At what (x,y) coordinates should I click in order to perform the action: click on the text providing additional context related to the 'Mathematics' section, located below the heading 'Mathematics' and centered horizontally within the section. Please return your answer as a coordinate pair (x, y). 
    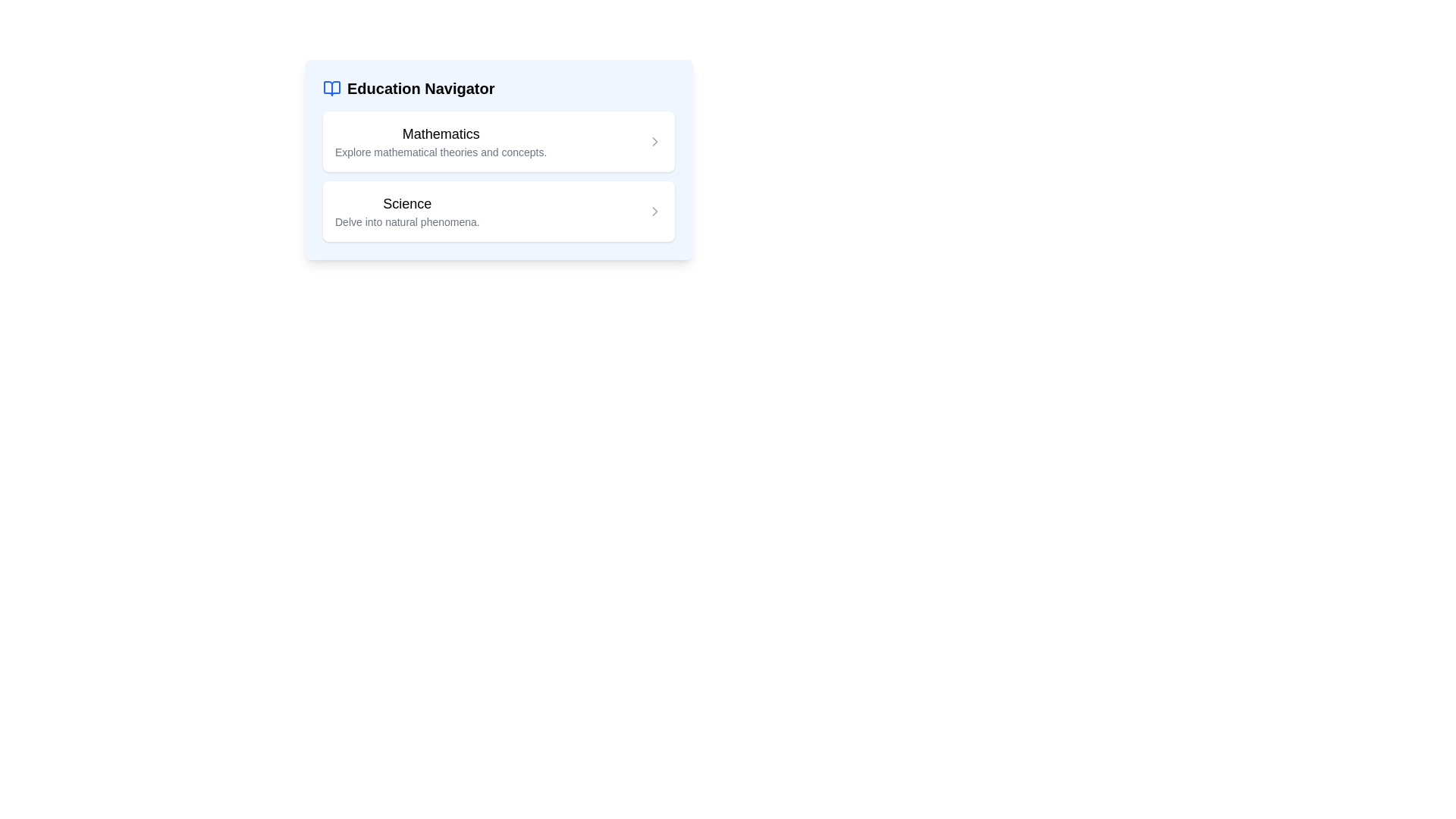
    Looking at the image, I should click on (440, 152).